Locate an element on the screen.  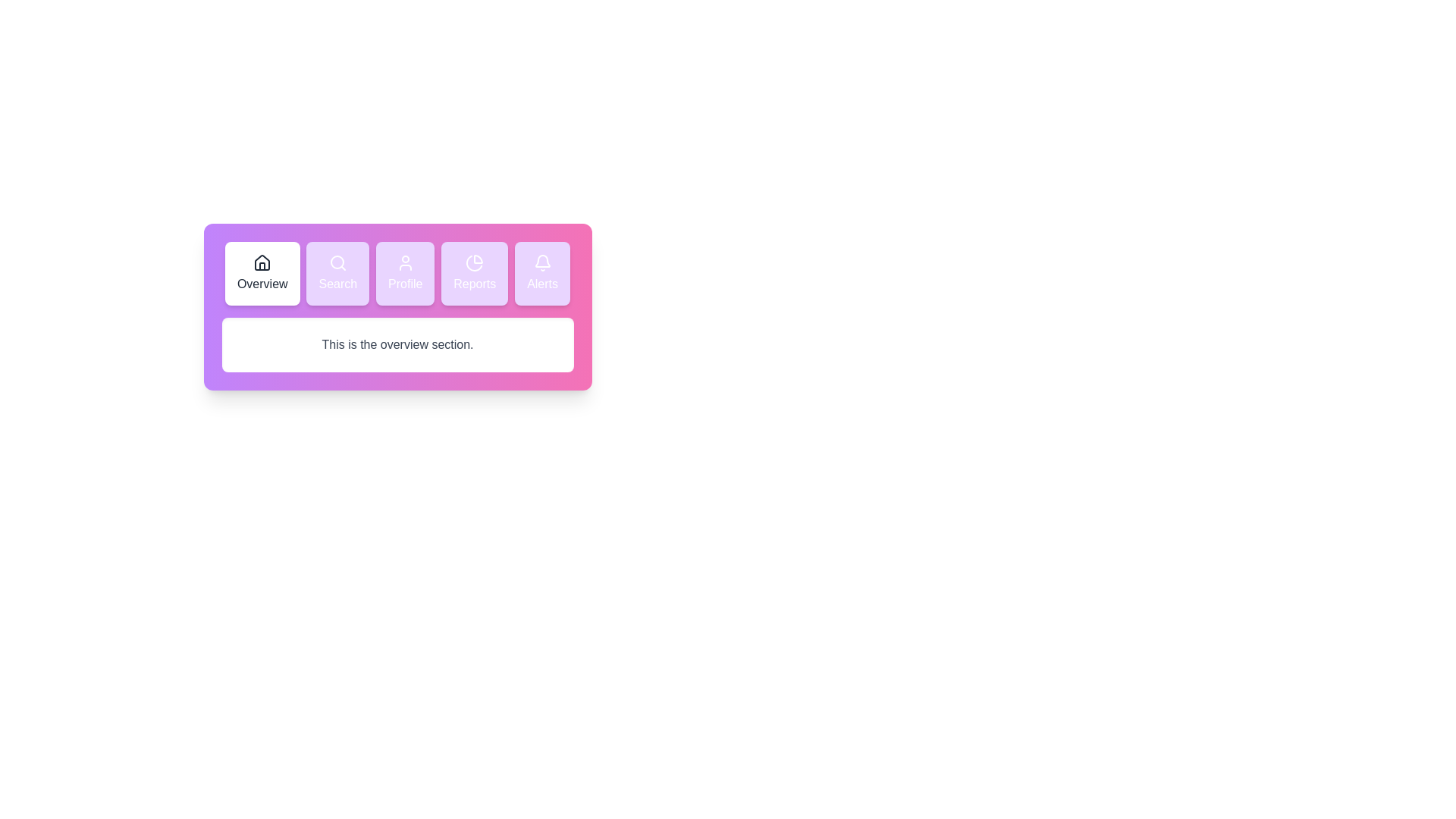
the fourth text label in the horizontal menu that provides labeling for the bell icon is located at coordinates (542, 284).